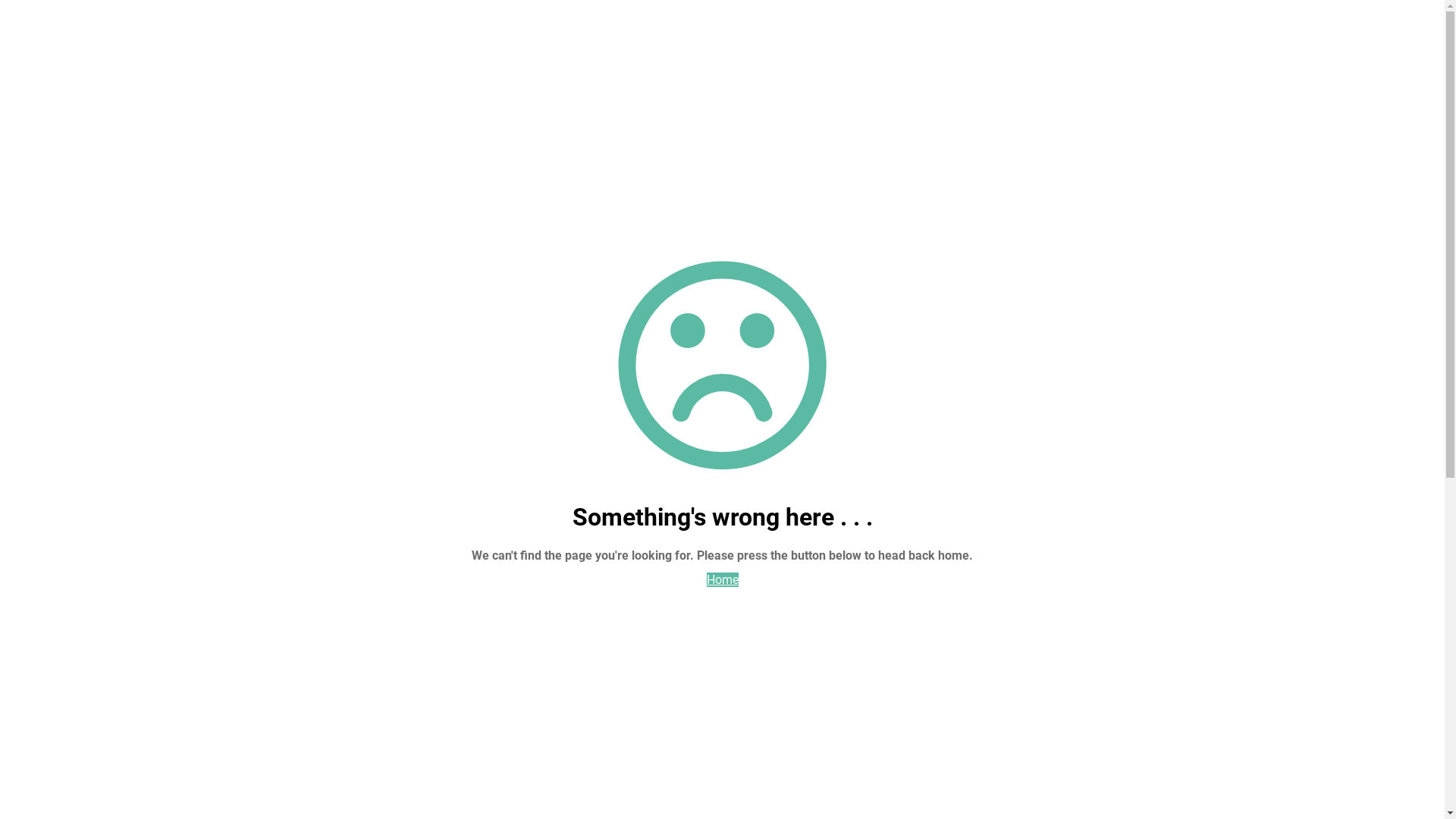 This screenshot has height=819, width=1456. What do you see at coordinates (722, 579) in the screenshot?
I see `'Home'` at bounding box center [722, 579].